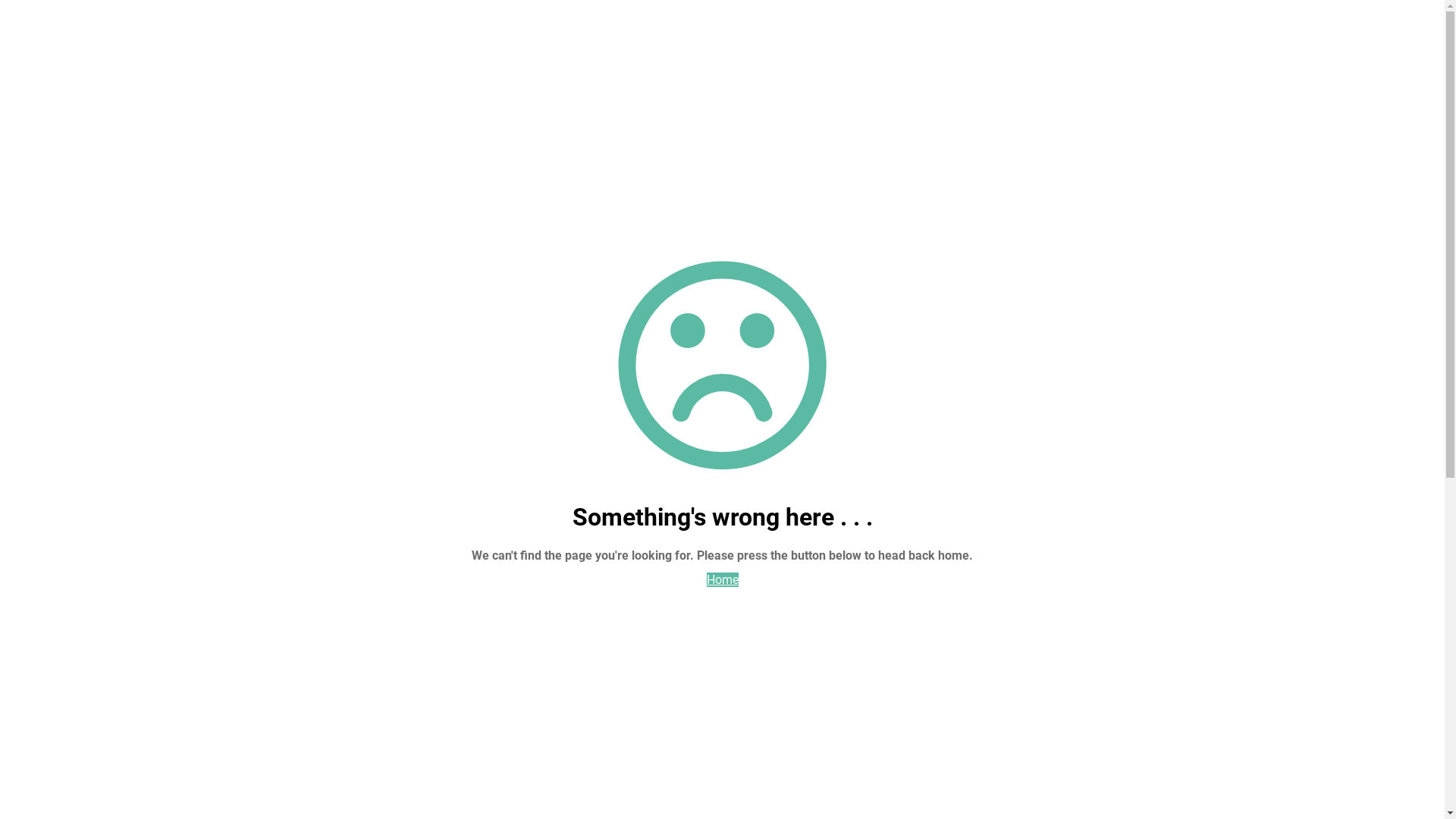 This screenshot has height=819, width=1456. What do you see at coordinates (722, 579) in the screenshot?
I see `'Home'` at bounding box center [722, 579].